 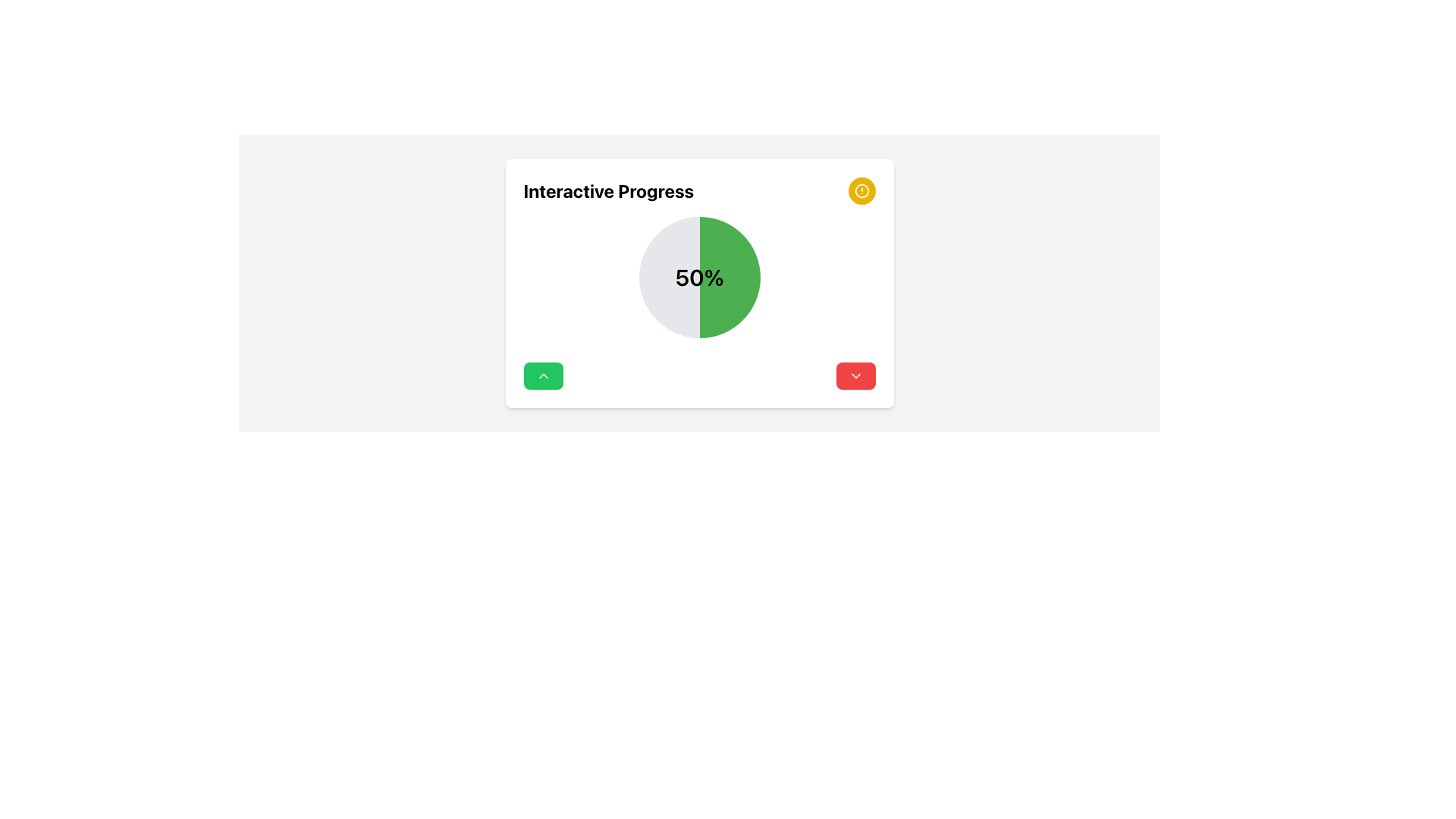 What do you see at coordinates (861, 190) in the screenshot?
I see `the circular alert icon with a yellow background and white border located at the top-right corner of the 'Interactive Progress' card widget` at bounding box center [861, 190].